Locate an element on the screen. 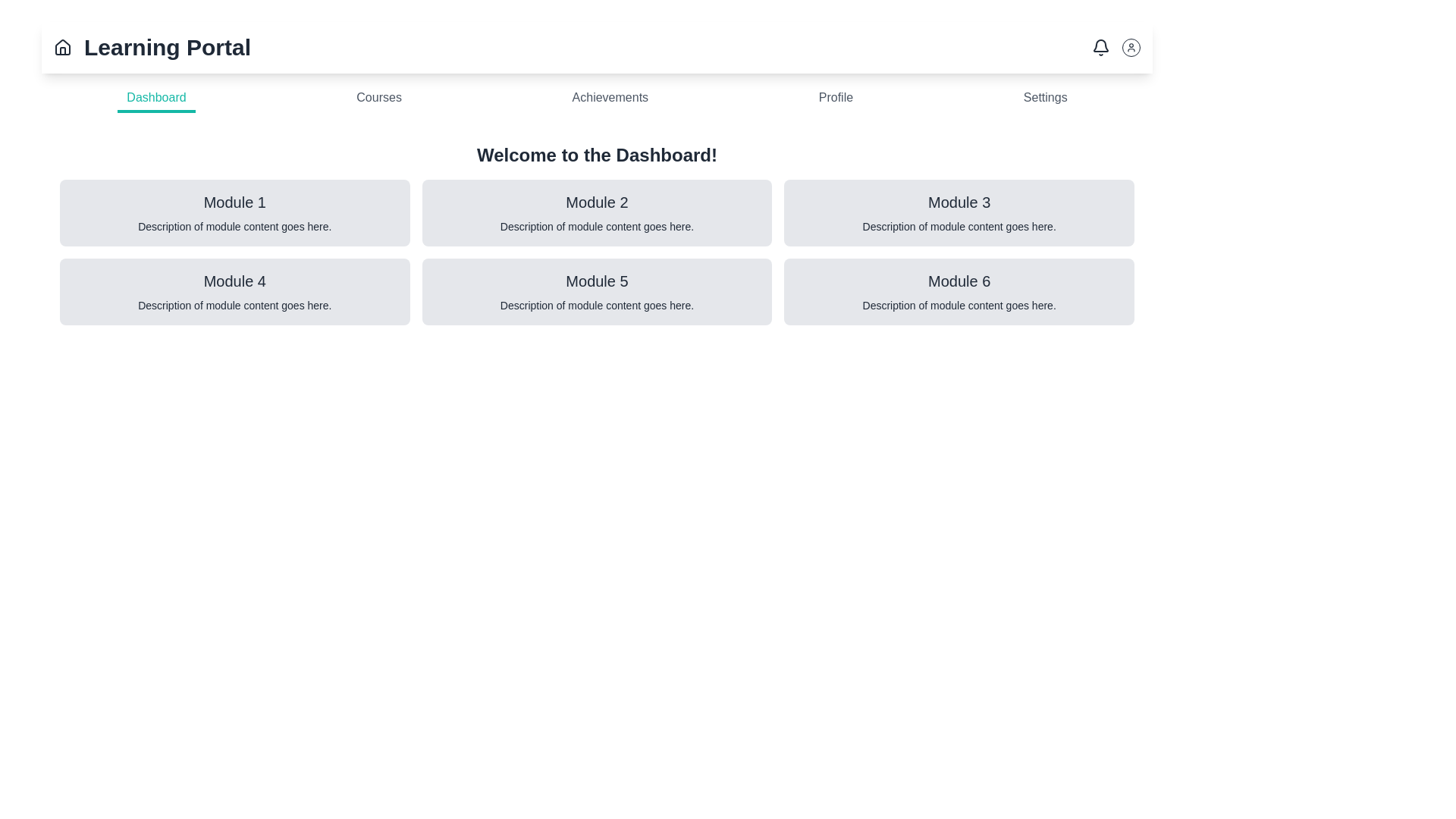 Image resolution: width=1456 pixels, height=819 pixels. the text element displaying 'Description of module content goes here.' which is located below the title 'Module 2' is located at coordinates (596, 227).